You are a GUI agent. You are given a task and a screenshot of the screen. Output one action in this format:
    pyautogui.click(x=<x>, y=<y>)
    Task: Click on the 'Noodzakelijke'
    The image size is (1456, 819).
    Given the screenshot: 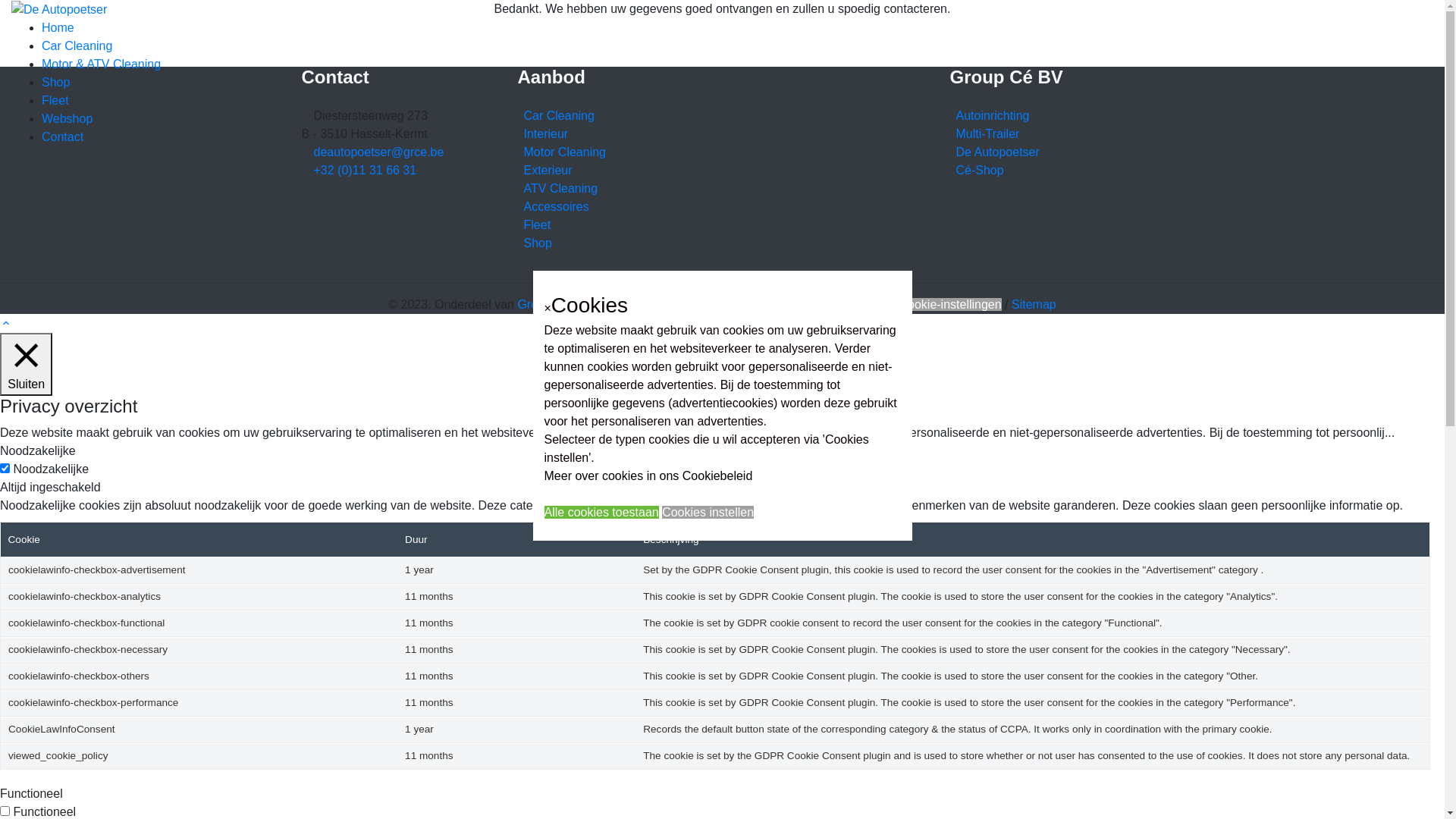 What is the action you would take?
    pyautogui.click(x=37, y=450)
    